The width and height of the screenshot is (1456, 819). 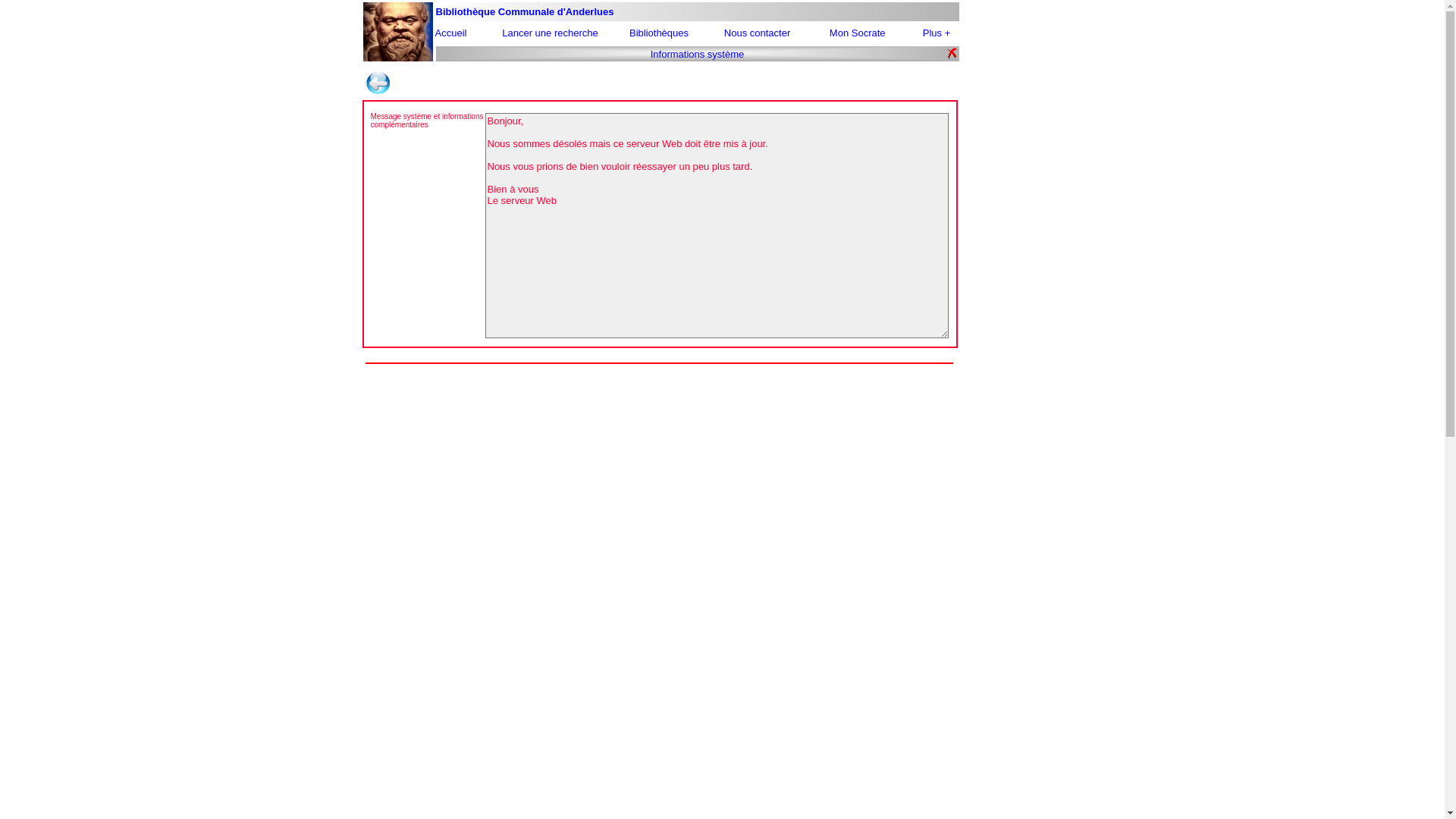 What do you see at coordinates (829, 33) in the screenshot?
I see `'Mon Socrate '` at bounding box center [829, 33].